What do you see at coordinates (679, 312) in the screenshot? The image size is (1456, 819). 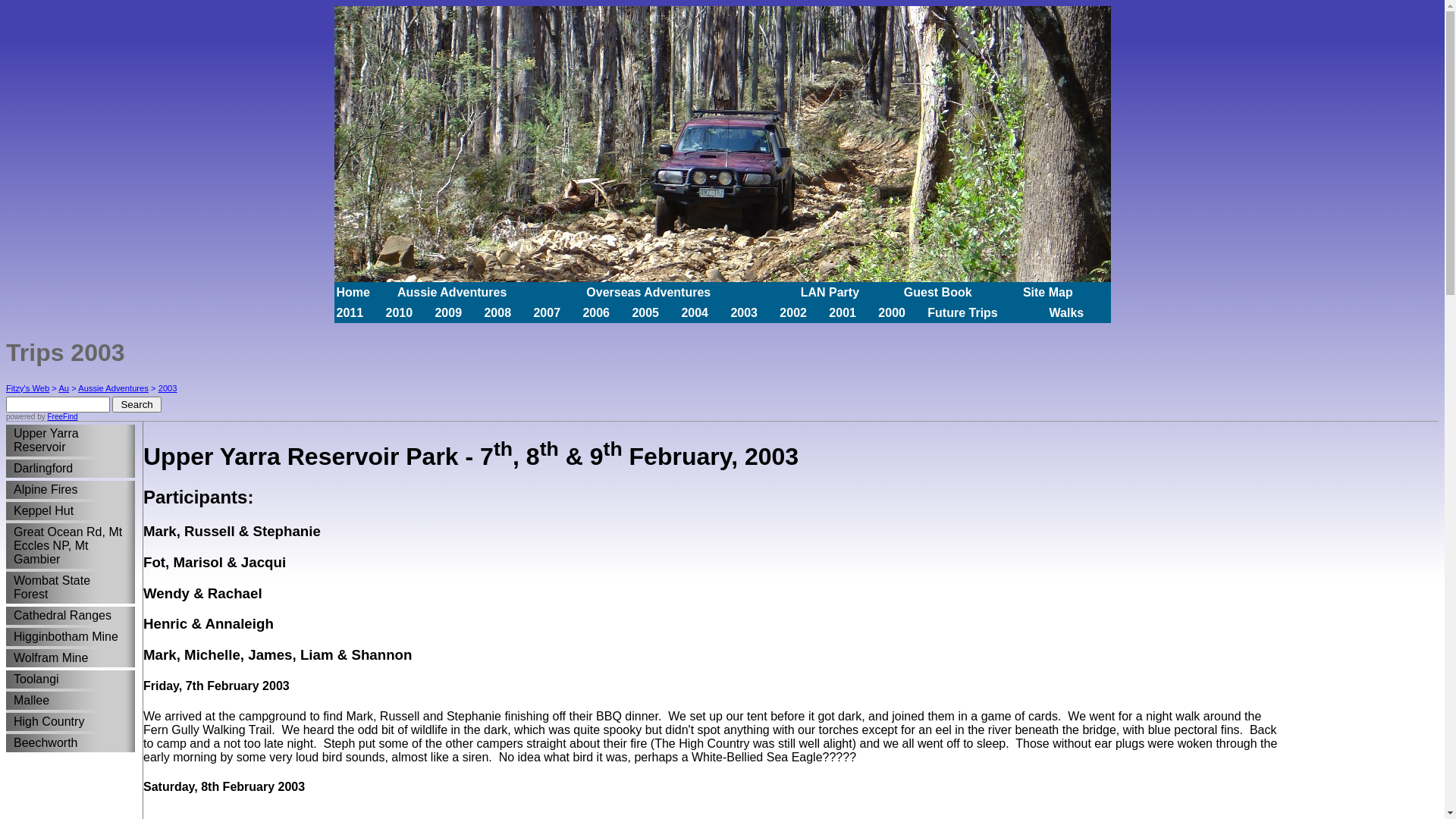 I see `'2004'` at bounding box center [679, 312].